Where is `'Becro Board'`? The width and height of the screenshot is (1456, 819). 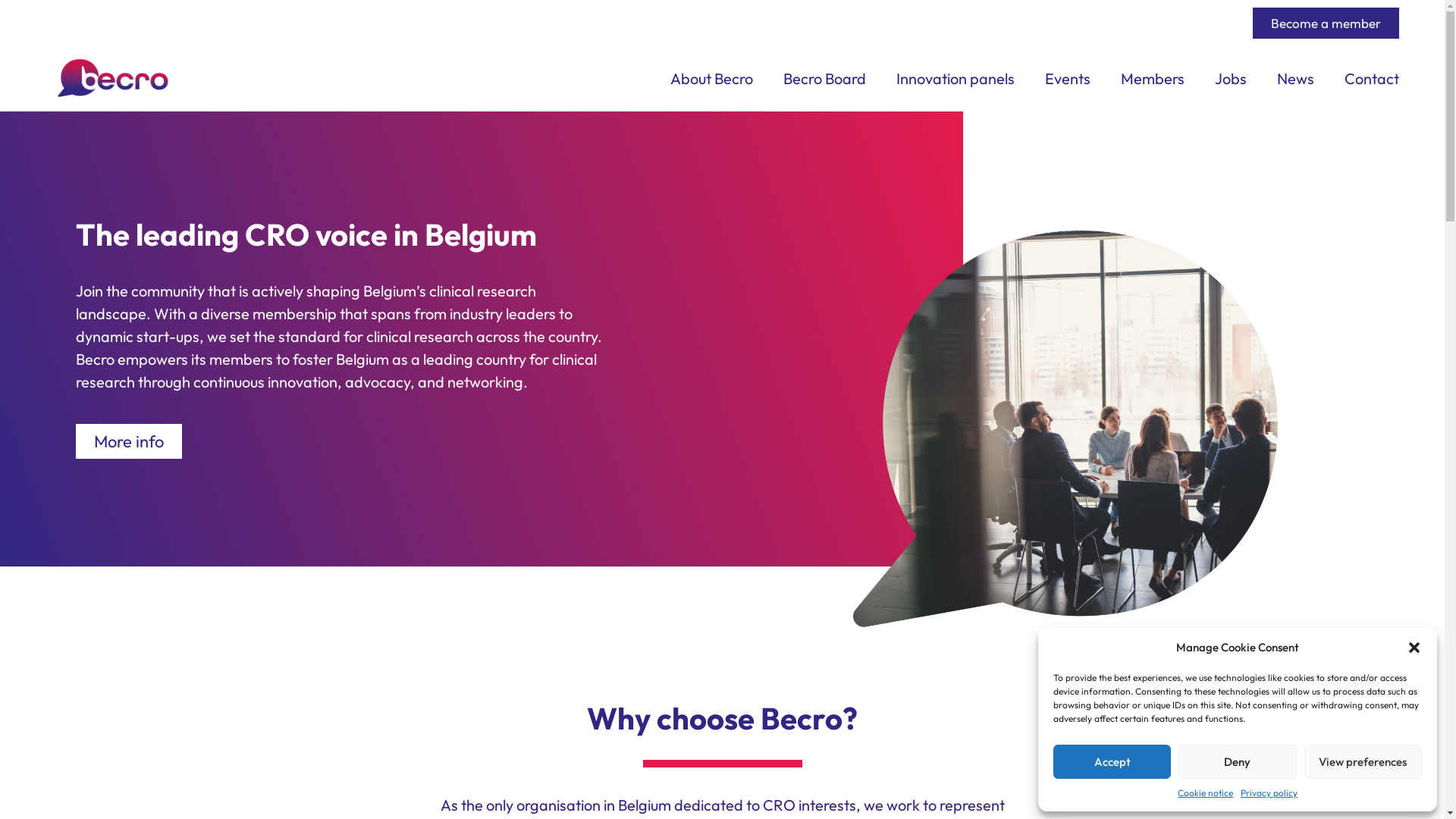 'Becro Board' is located at coordinates (824, 79).